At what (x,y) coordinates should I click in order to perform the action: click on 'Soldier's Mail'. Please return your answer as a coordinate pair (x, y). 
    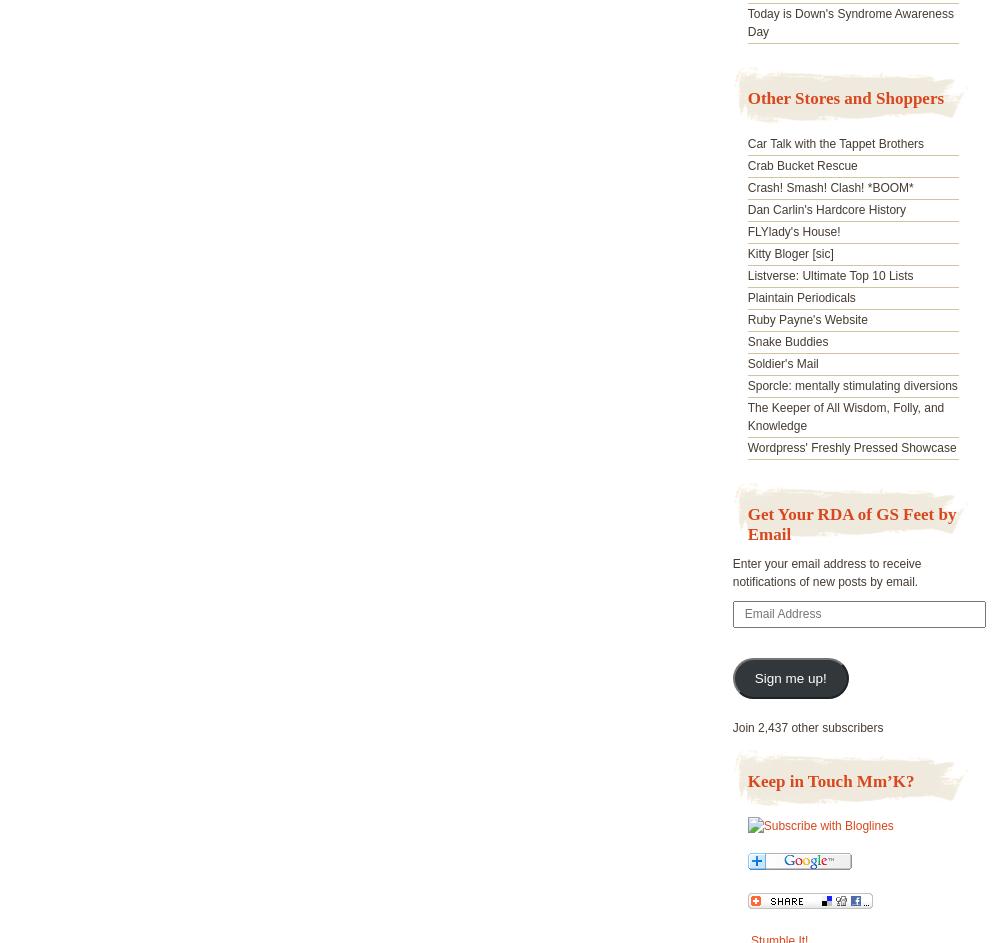
    Looking at the image, I should click on (782, 363).